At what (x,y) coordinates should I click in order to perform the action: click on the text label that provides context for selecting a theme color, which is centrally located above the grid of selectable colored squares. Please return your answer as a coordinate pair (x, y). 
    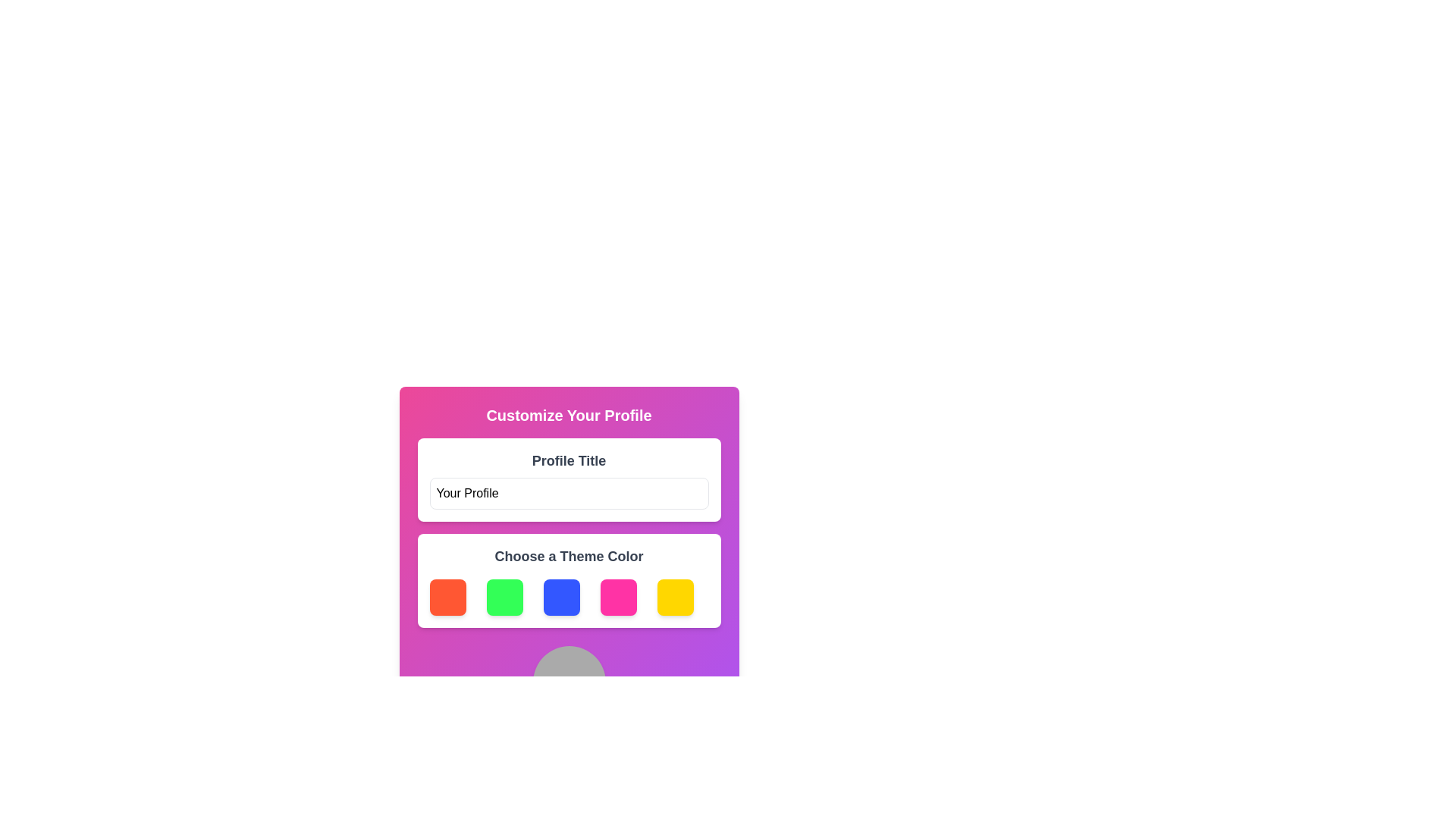
    Looking at the image, I should click on (568, 556).